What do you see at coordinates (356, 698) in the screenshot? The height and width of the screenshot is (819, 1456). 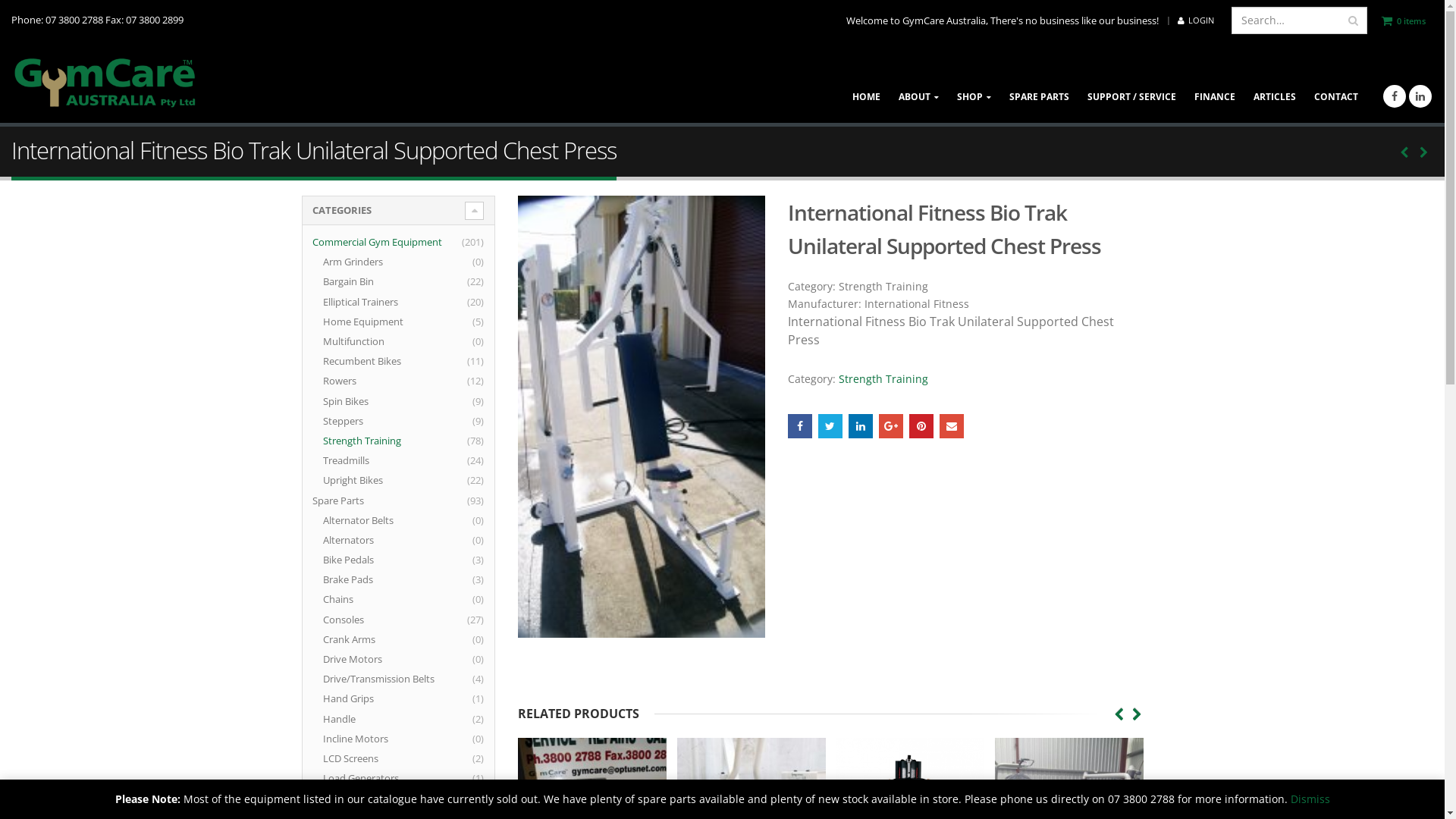 I see `'Hand Grips'` at bounding box center [356, 698].